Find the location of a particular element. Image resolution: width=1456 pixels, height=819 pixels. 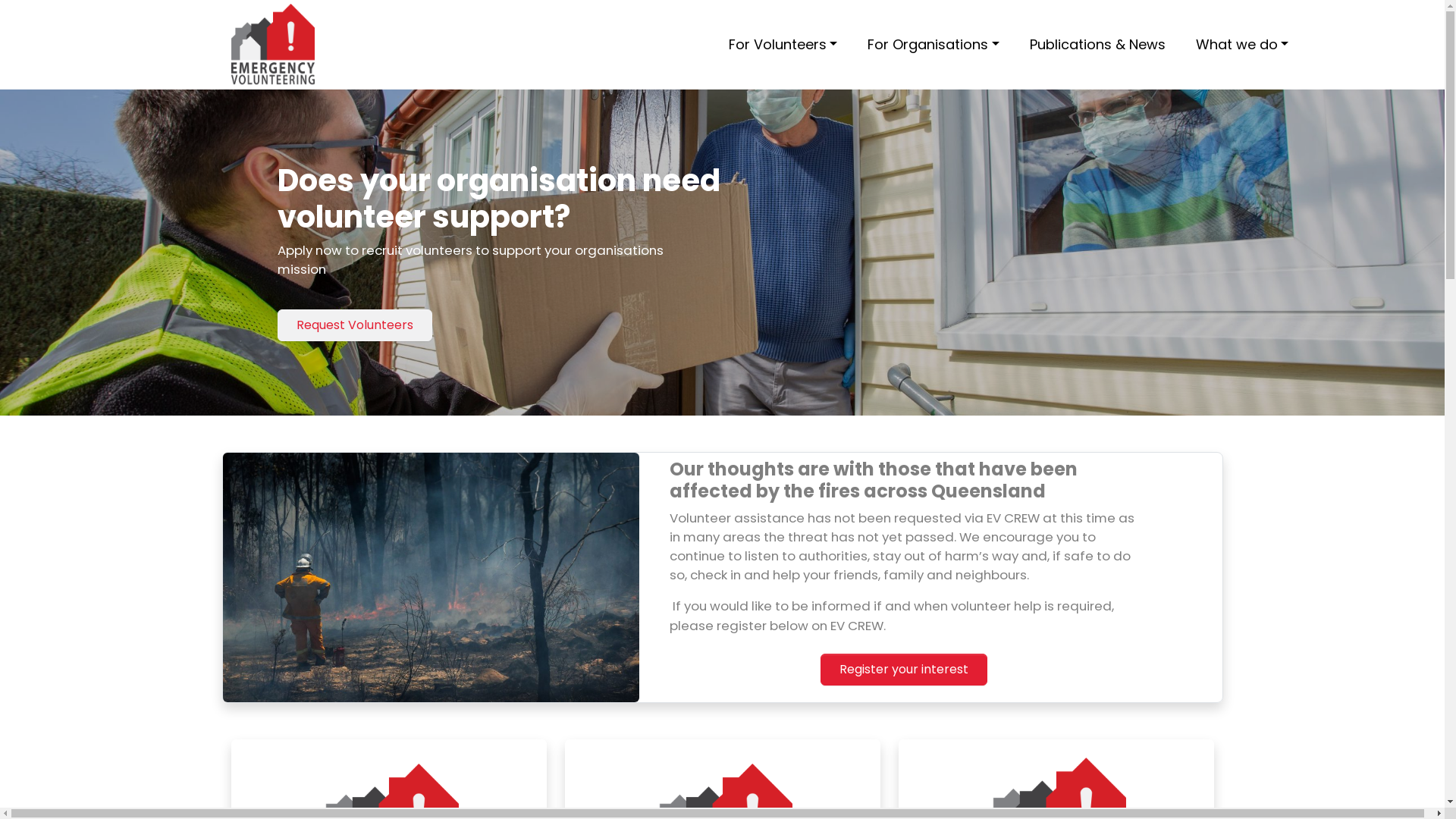

'For Organisations' is located at coordinates (861, 43).